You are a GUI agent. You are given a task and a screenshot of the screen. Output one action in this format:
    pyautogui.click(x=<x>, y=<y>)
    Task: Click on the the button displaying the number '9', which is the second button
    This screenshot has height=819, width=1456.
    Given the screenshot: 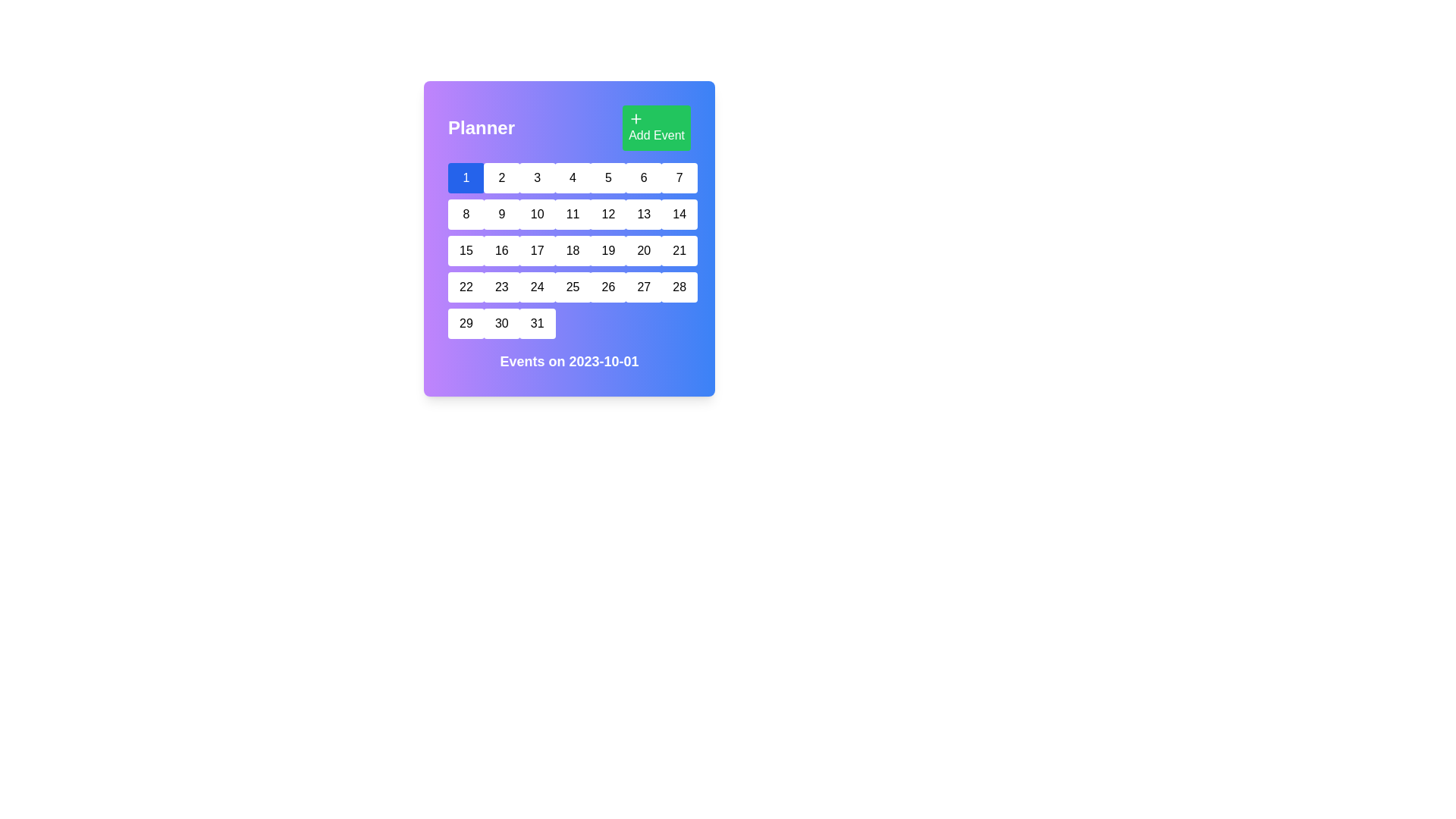 What is the action you would take?
    pyautogui.click(x=501, y=214)
    